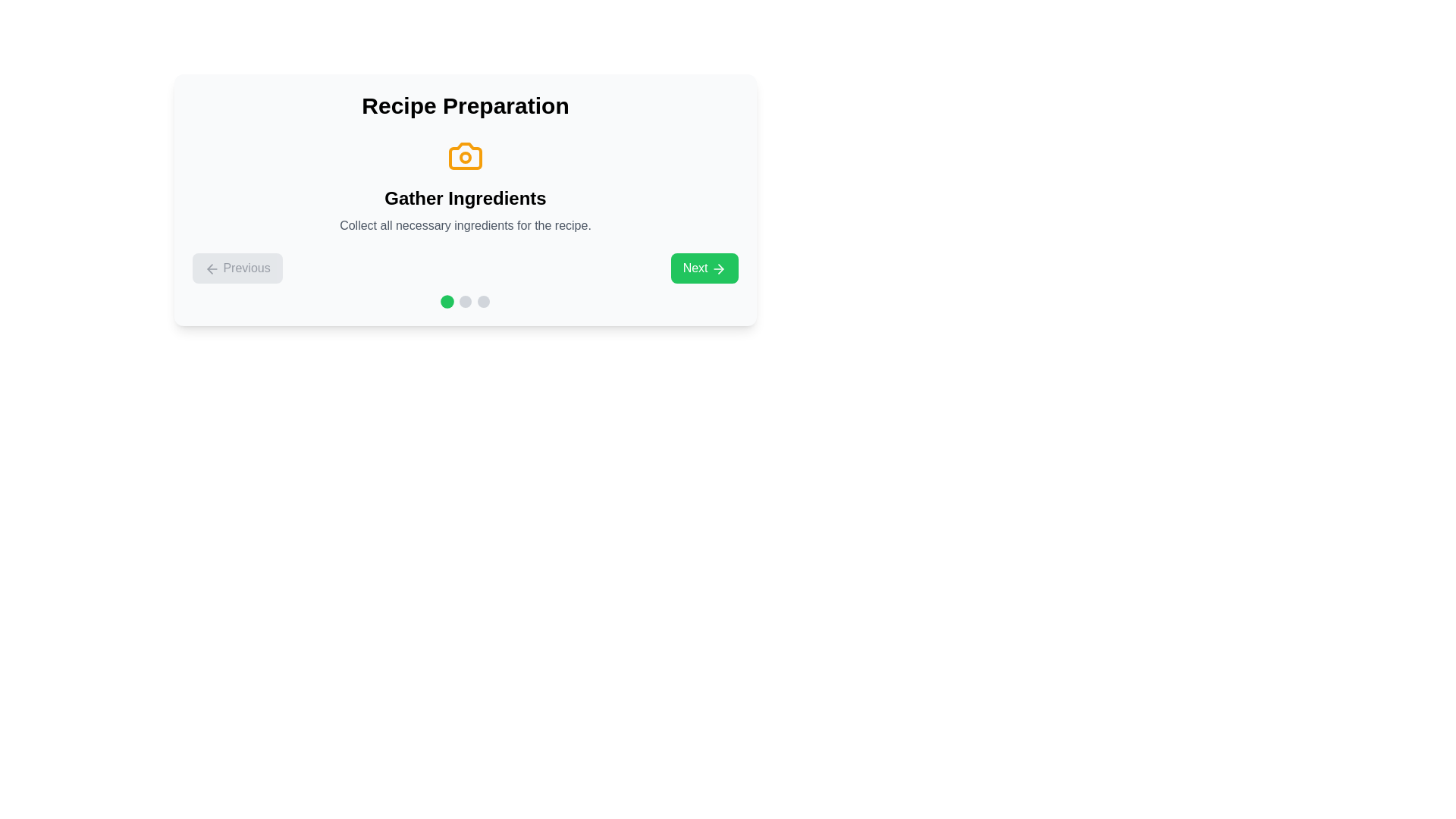  I want to click on the navigation button located on the right side of the interface, positioned at the bottom of the central card, so click(704, 268).